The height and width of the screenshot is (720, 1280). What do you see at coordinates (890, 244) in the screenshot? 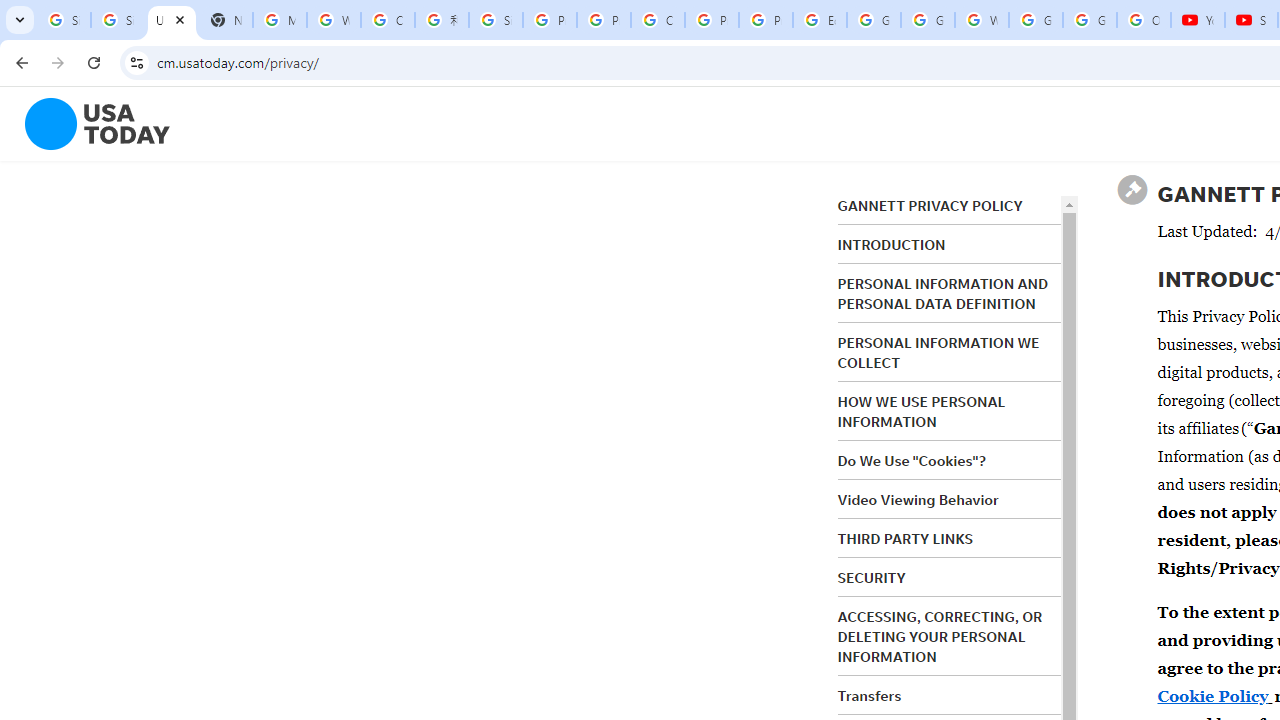
I see `'INTRODUCTION'` at bounding box center [890, 244].